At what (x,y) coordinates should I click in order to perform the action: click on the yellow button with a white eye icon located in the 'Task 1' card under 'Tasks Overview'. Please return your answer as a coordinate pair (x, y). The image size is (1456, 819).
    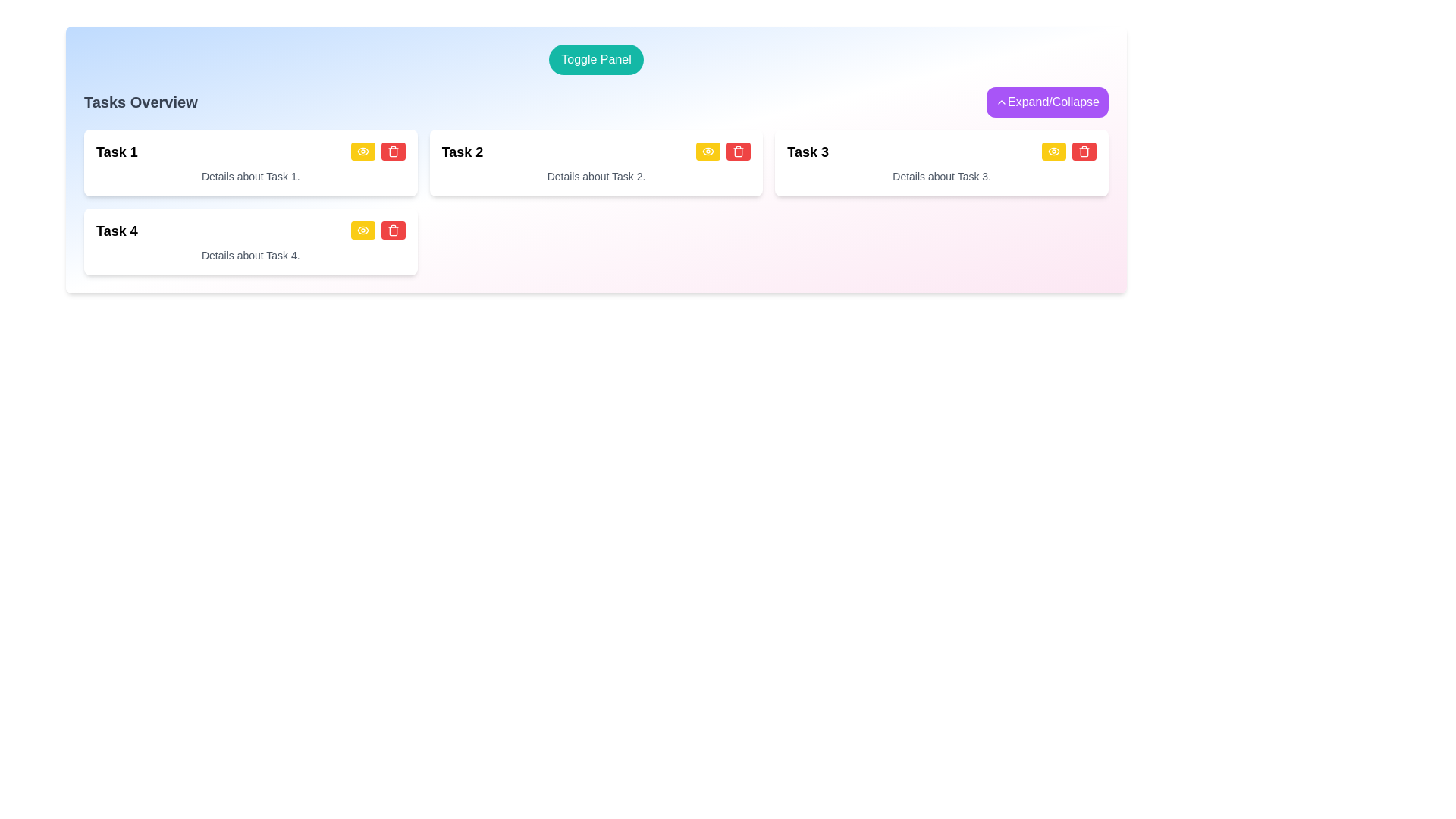
    Looking at the image, I should click on (362, 151).